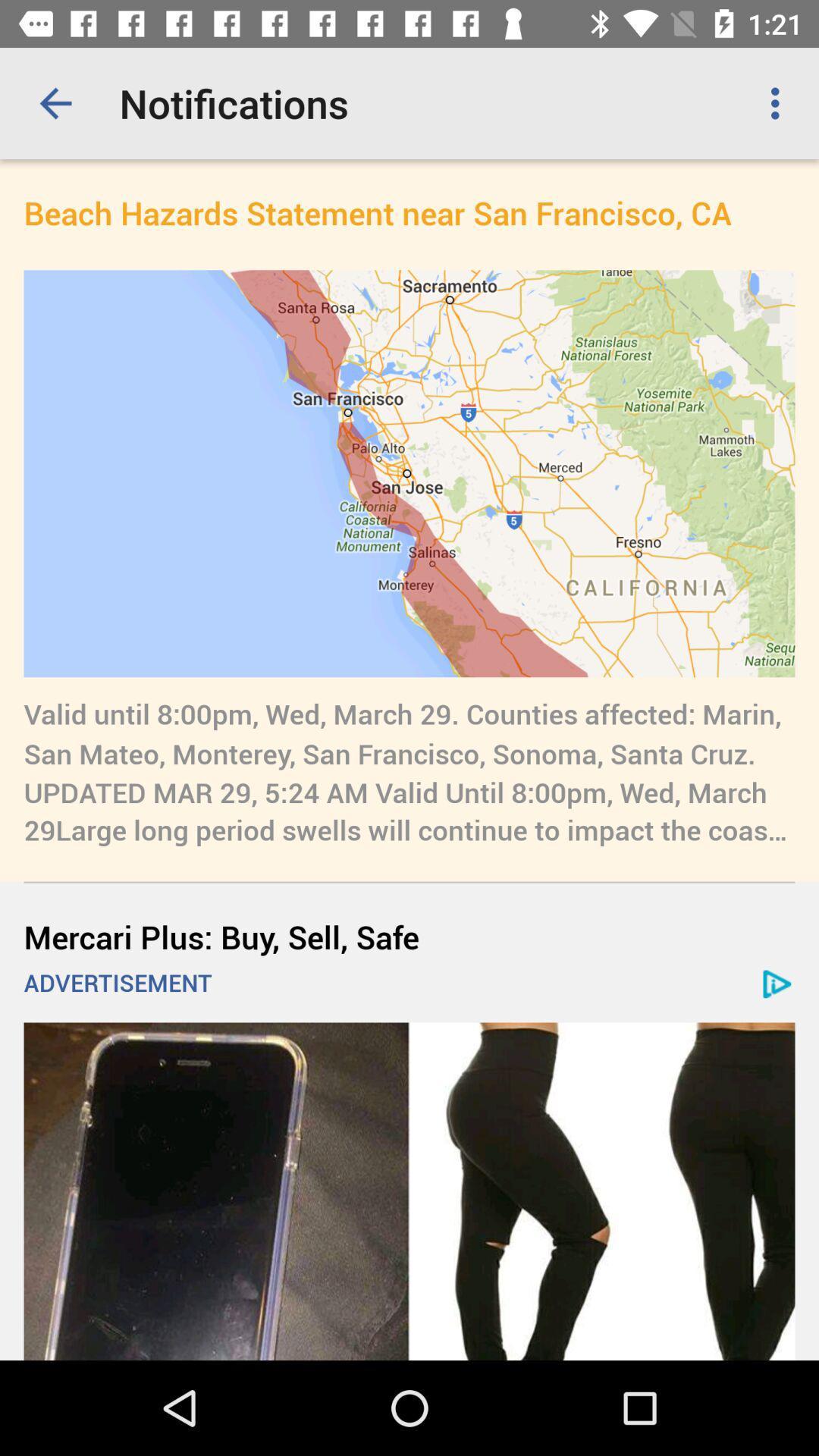 This screenshot has height=1456, width=819. Describe the element at coordinates (779, 102) in the screenshot. I see `icon to the right of the notifications icon` at that location.